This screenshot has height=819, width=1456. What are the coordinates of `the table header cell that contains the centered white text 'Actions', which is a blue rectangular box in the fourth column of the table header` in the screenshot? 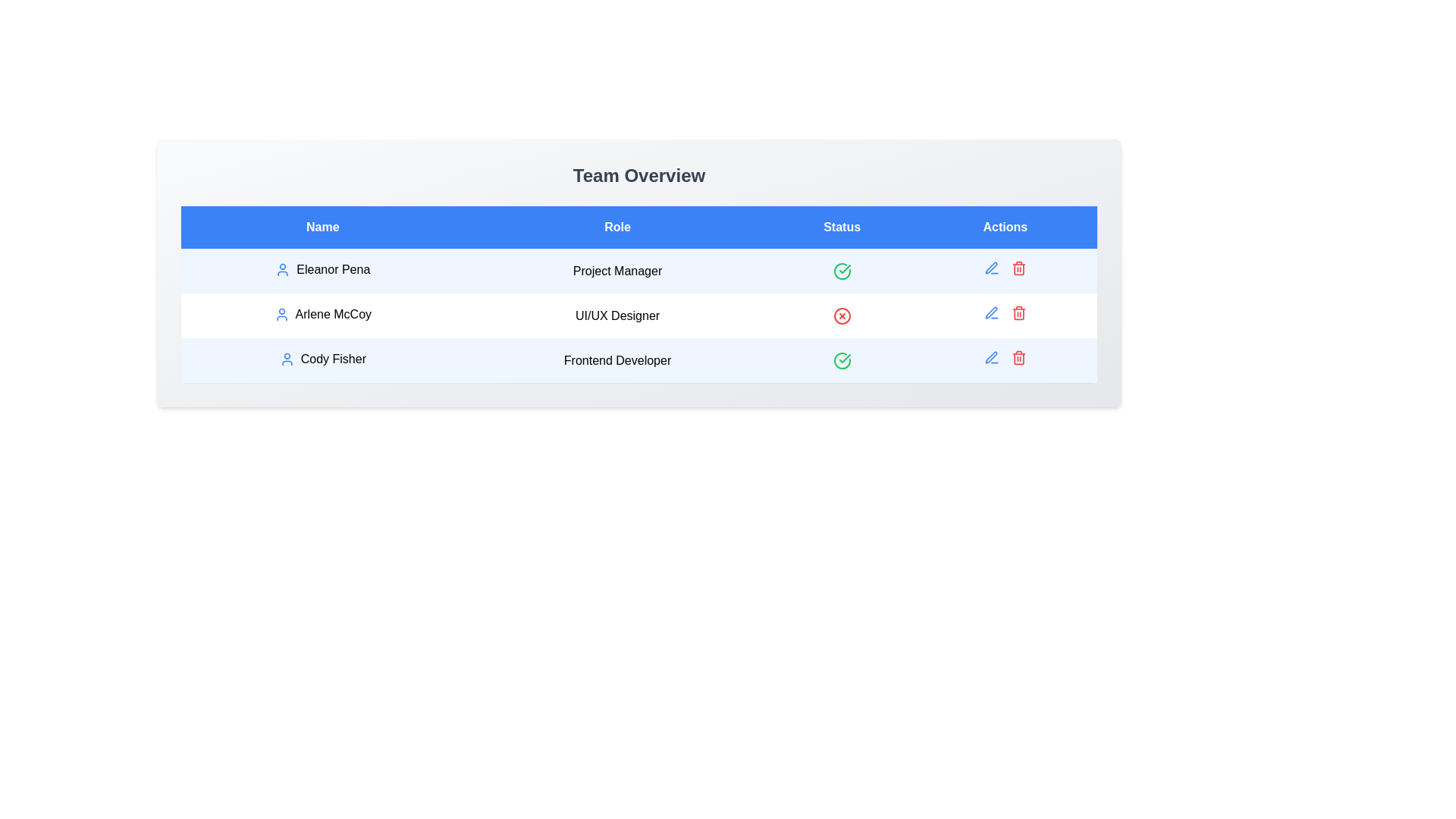 It's located at (1005, 227).